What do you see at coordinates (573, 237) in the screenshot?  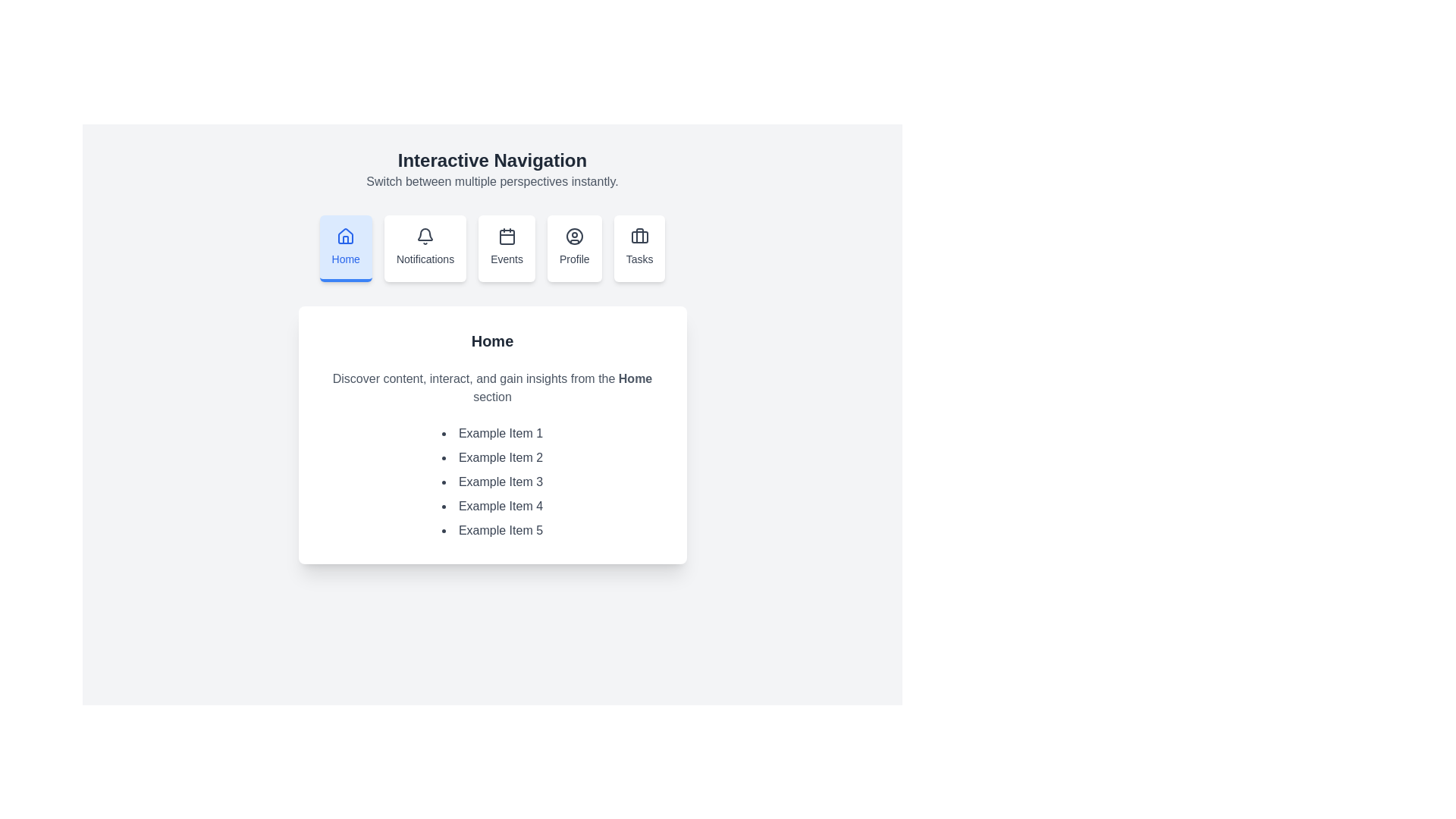 I see `the SVG graphical circle element that is part of a profile icon, located near the top center of the interface` at bounding box center [573, 237].